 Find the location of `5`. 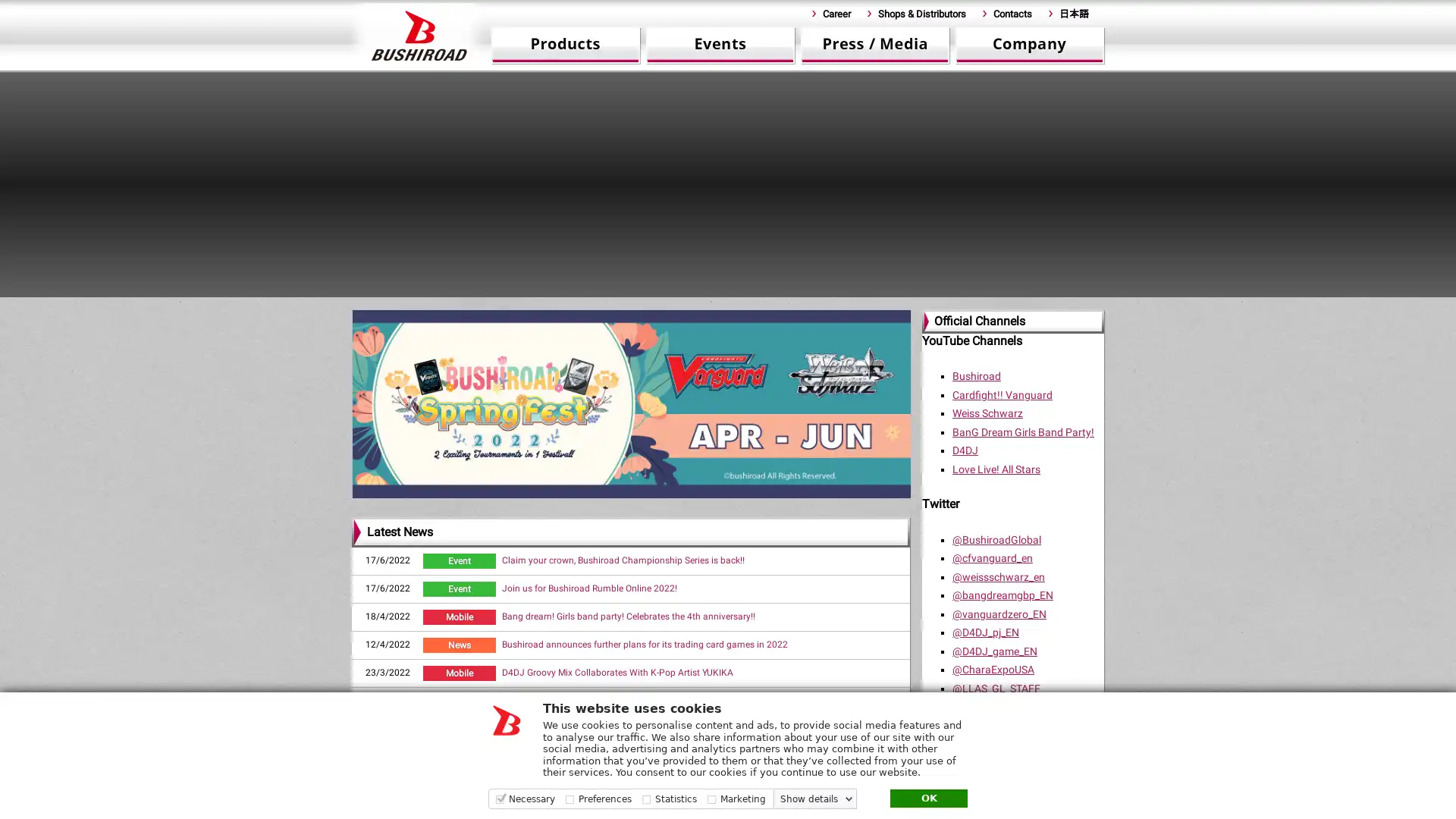

5 is located at coordinates (648, 291).